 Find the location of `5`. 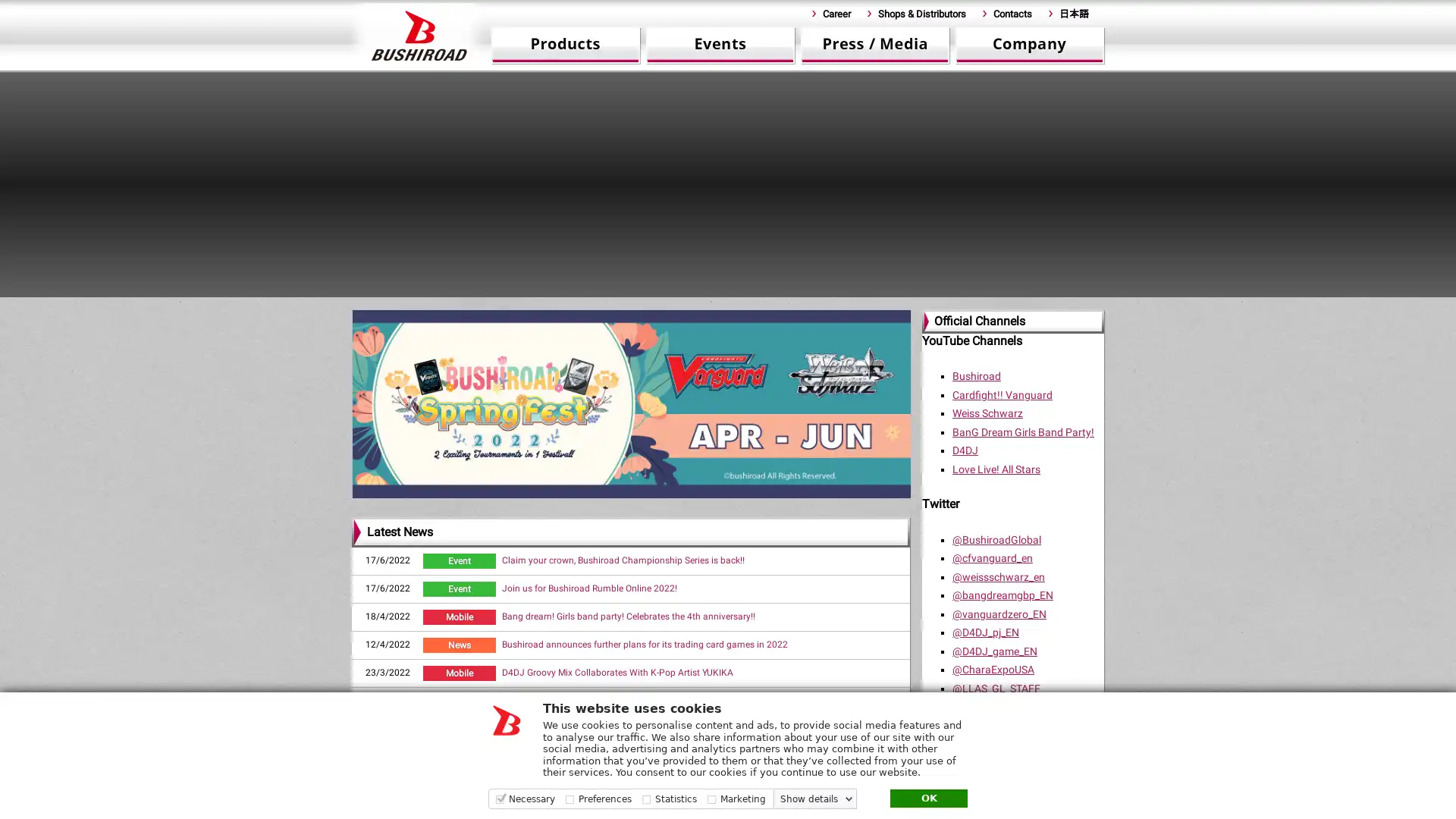

5 is located at coordinates (648, 291).